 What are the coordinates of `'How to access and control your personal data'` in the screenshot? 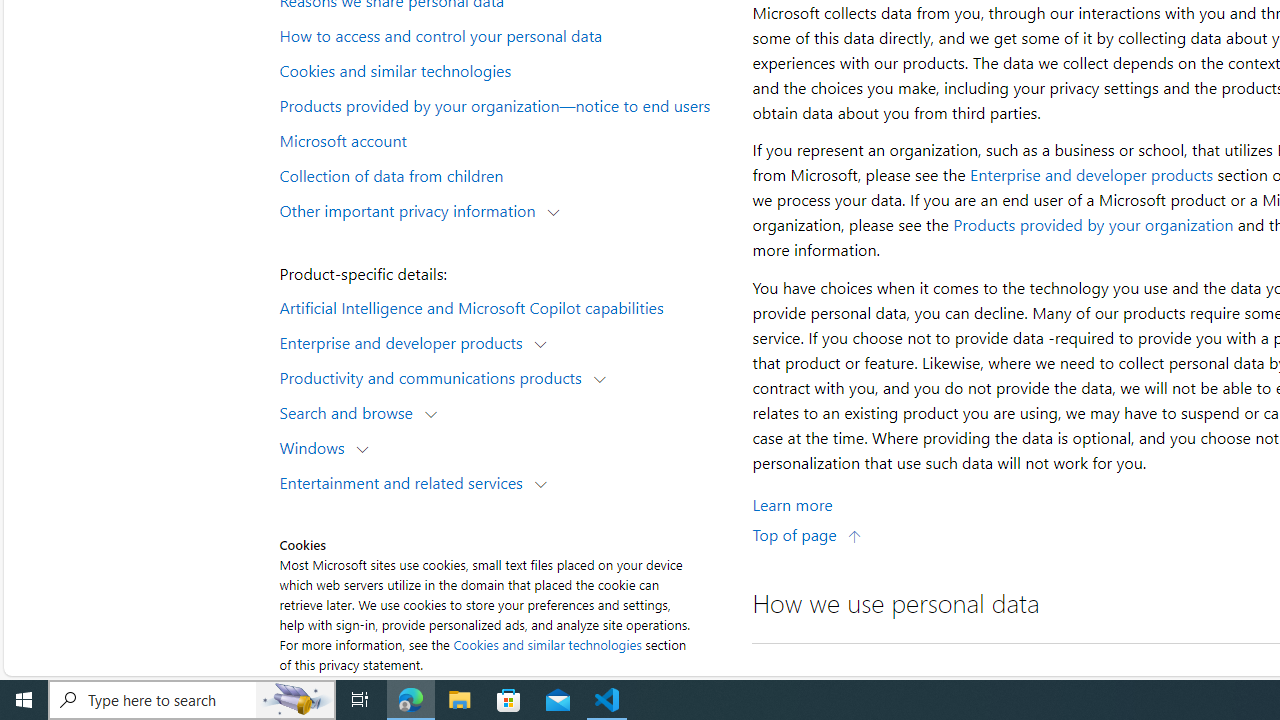 It's located at (504, 35).